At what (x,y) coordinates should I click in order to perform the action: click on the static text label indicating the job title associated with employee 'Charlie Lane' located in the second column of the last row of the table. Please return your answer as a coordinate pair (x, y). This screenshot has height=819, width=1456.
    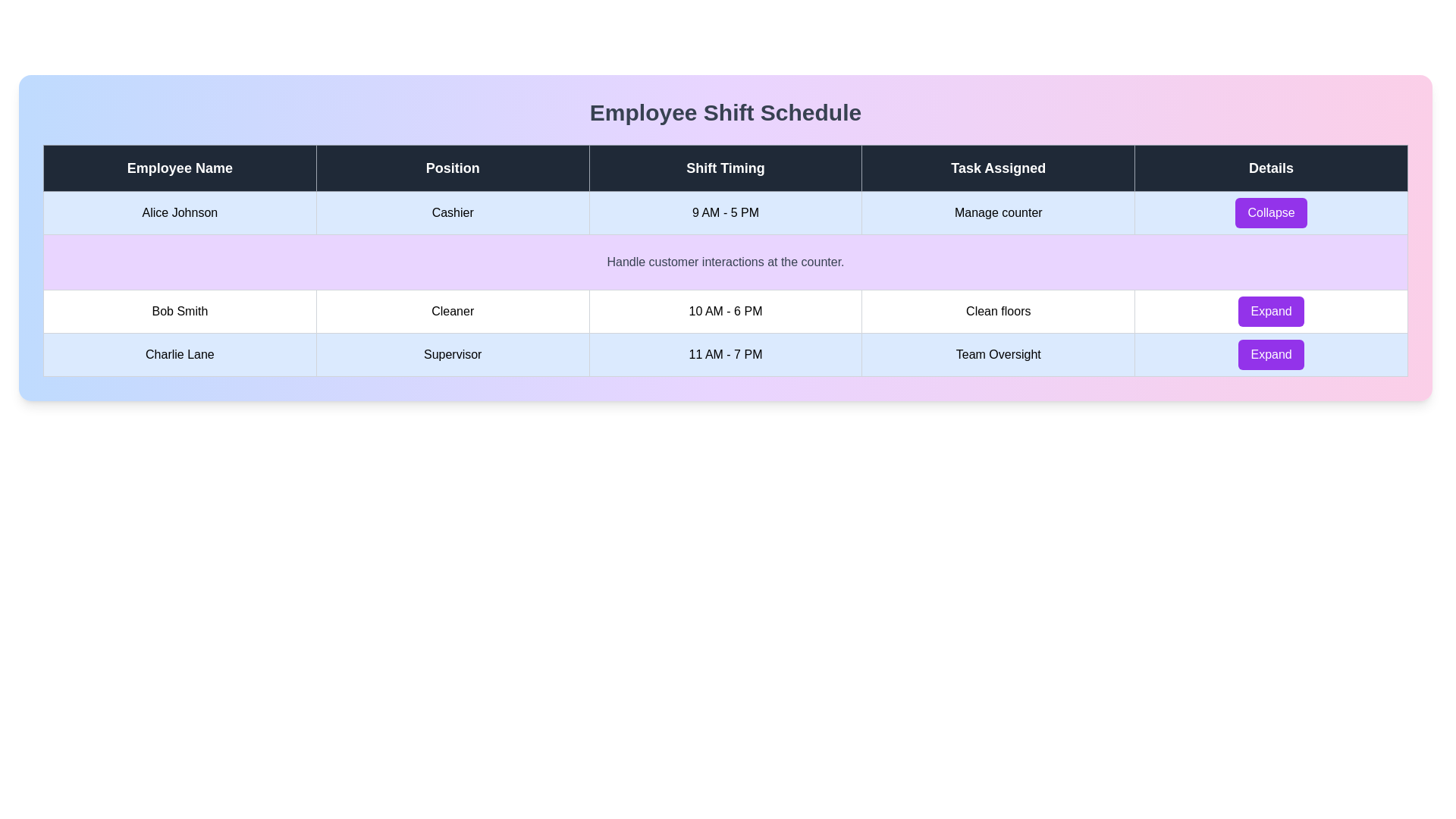
    Looking at the image, I should click on (452, 354).